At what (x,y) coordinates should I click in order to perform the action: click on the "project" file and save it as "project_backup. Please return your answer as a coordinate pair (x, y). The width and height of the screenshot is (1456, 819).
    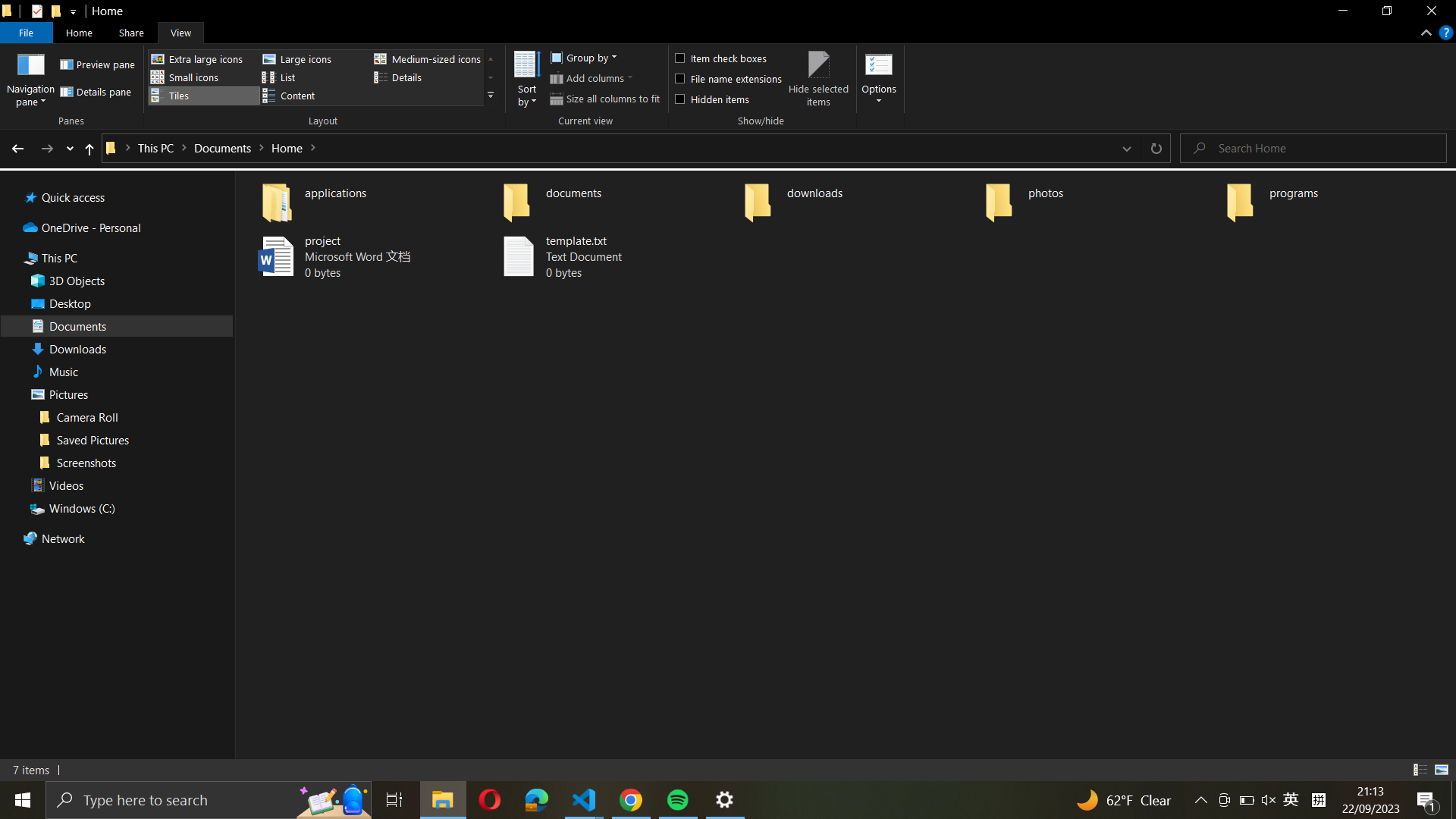
    Looking at the image, I should click on (361, 256).